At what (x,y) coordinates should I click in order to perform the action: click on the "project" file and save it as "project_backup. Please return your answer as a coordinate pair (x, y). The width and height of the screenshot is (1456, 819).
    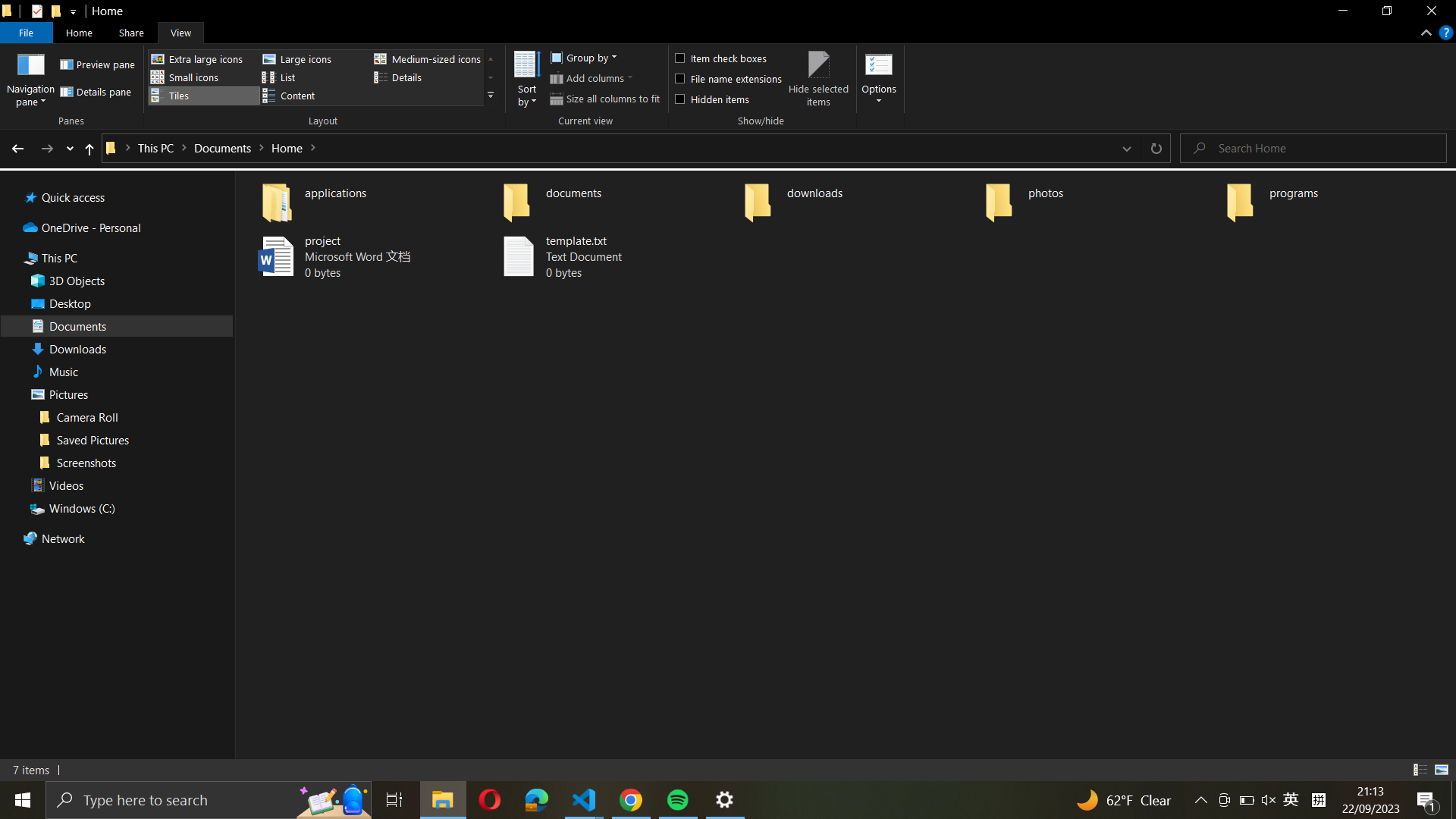
    Looking at the image, I should click on (361, 256).